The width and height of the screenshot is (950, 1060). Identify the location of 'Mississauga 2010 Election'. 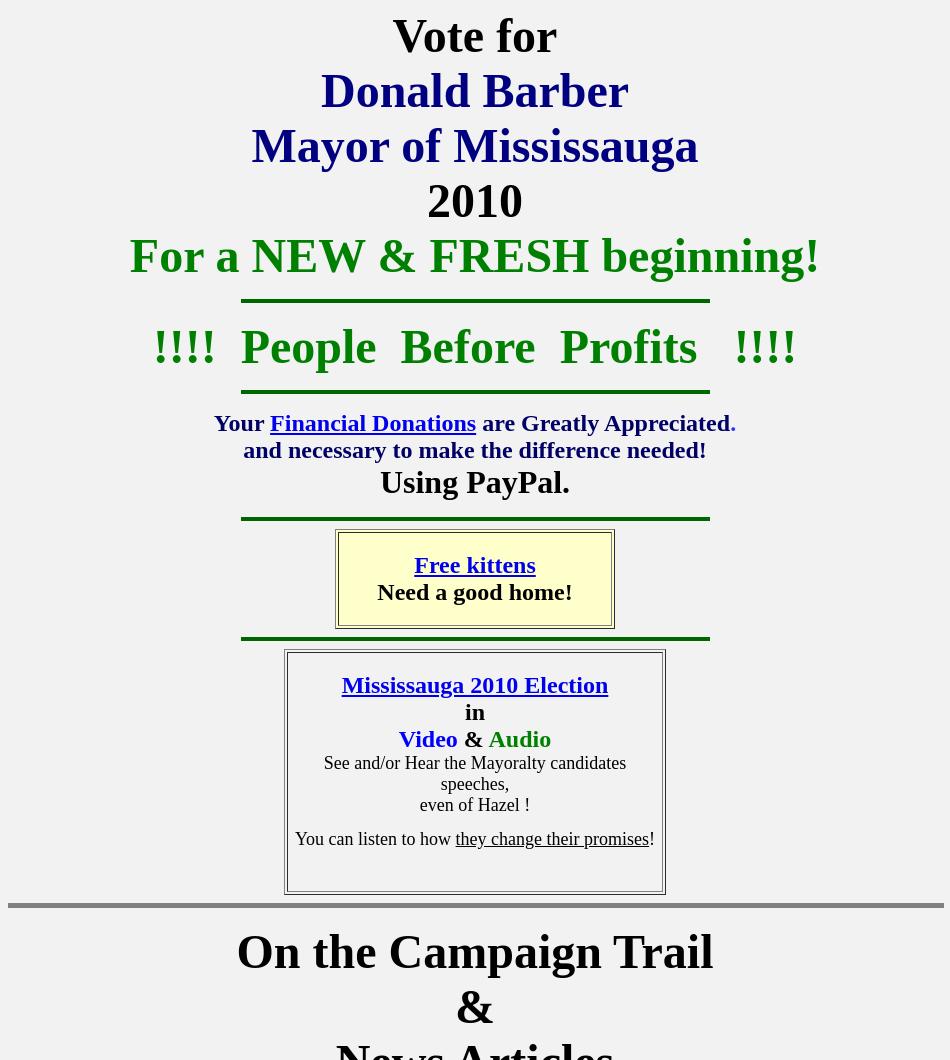
(473, 683).